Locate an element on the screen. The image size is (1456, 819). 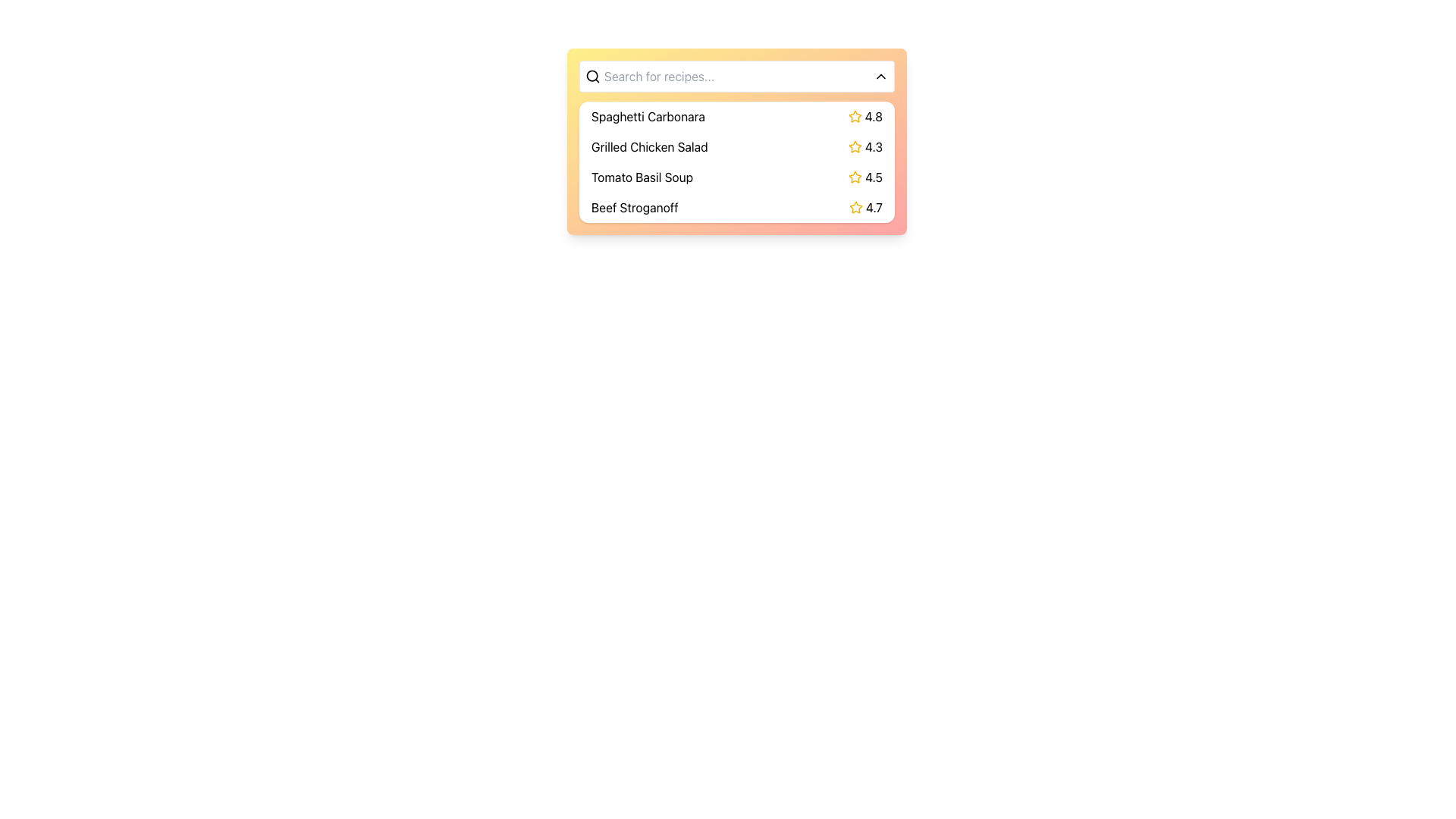
the text label displaying the rating '4.3' adjacent to the star icon in the rating display system for the 'Grilled Chicken Salad' item is located at coordinates (865, 146).